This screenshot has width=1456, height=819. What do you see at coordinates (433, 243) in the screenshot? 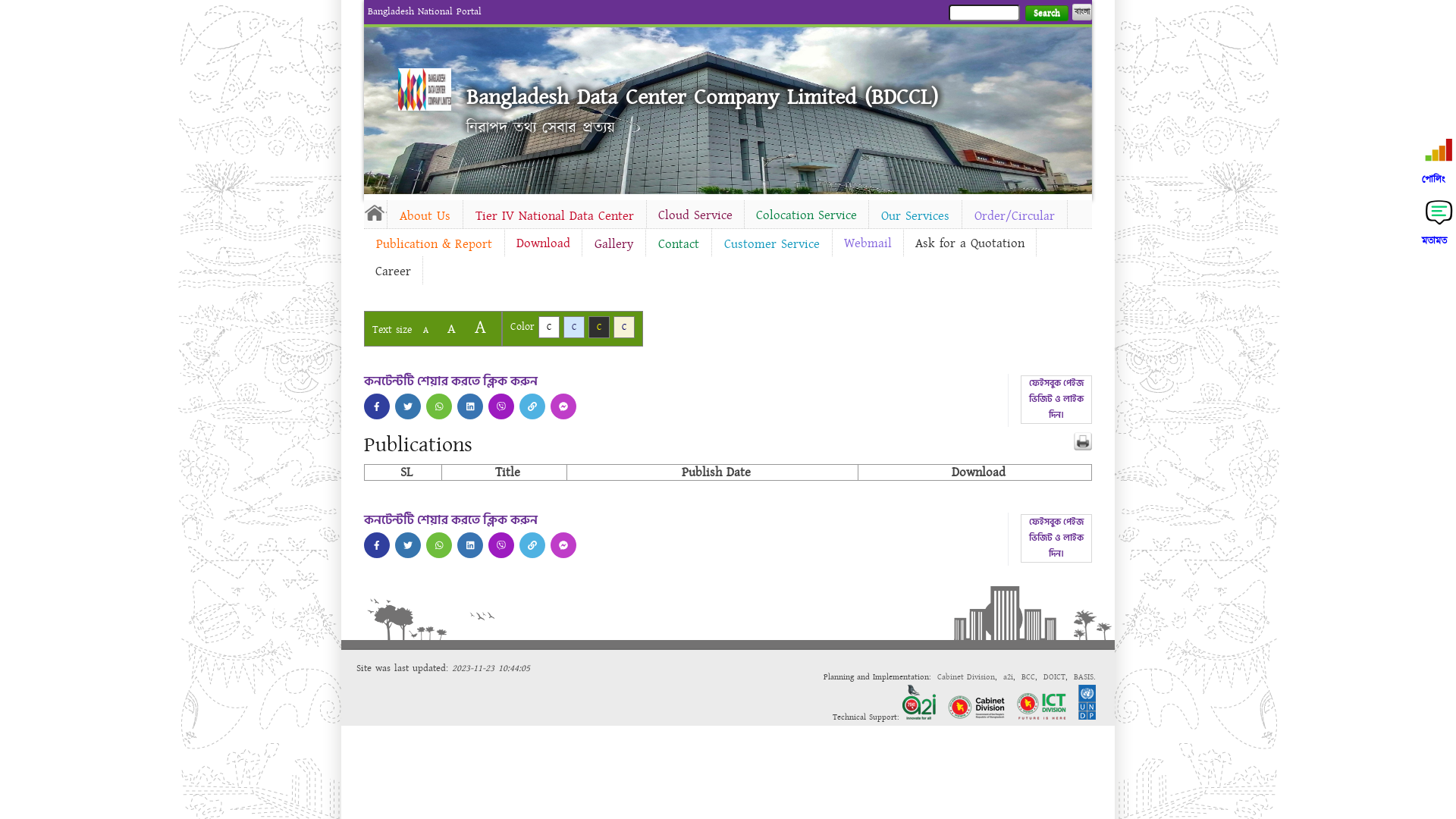
I see `'Publication & Report'` at bounding box center [433, 243].